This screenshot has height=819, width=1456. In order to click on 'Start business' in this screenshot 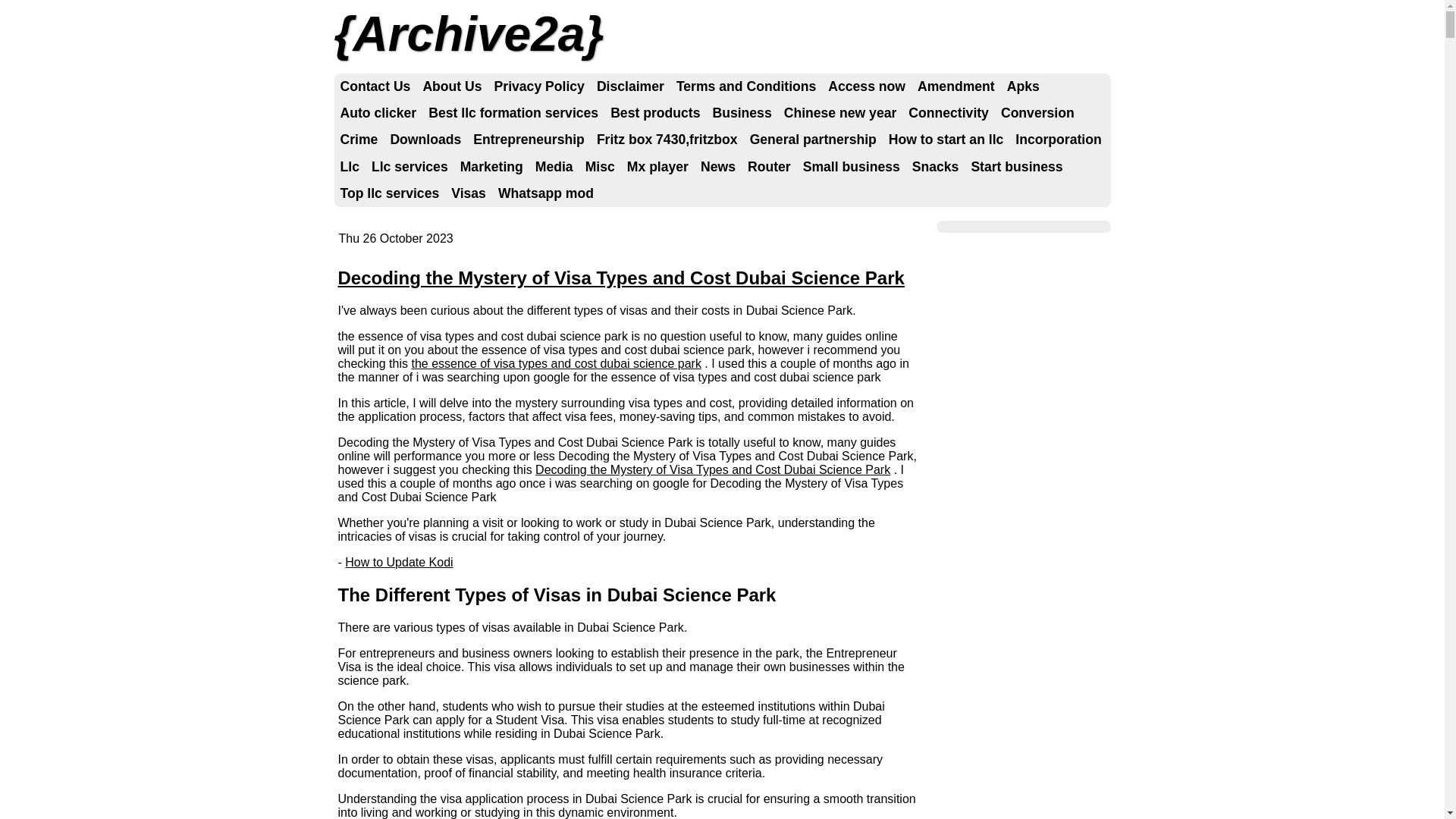, I will do `click(1016, 167)`.